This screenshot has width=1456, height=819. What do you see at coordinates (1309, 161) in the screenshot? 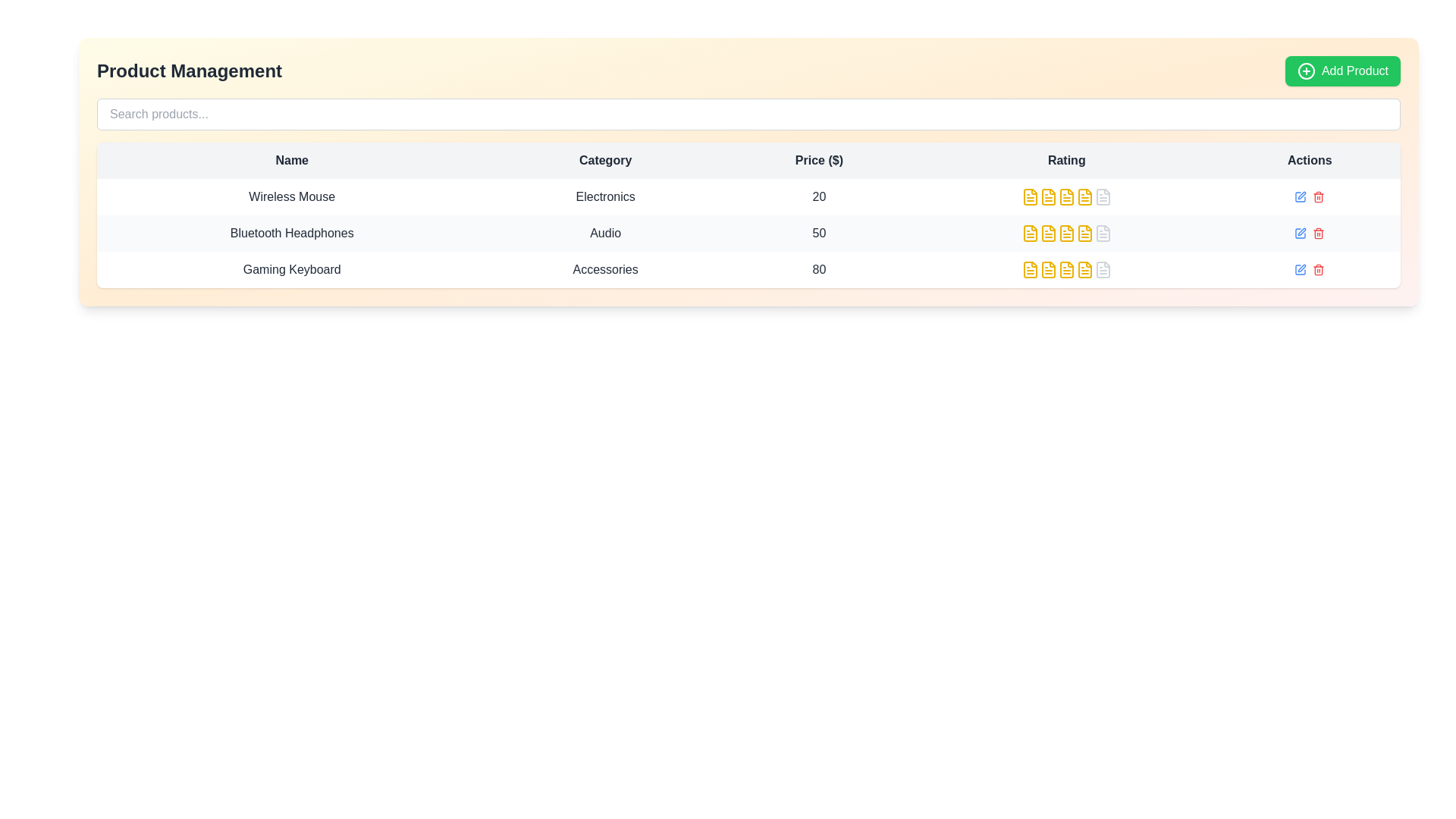
I see `the static text label that serves as the header for the 'Actions' column, which is the fifth header in the table layout` at bounding box center [1309, 161].